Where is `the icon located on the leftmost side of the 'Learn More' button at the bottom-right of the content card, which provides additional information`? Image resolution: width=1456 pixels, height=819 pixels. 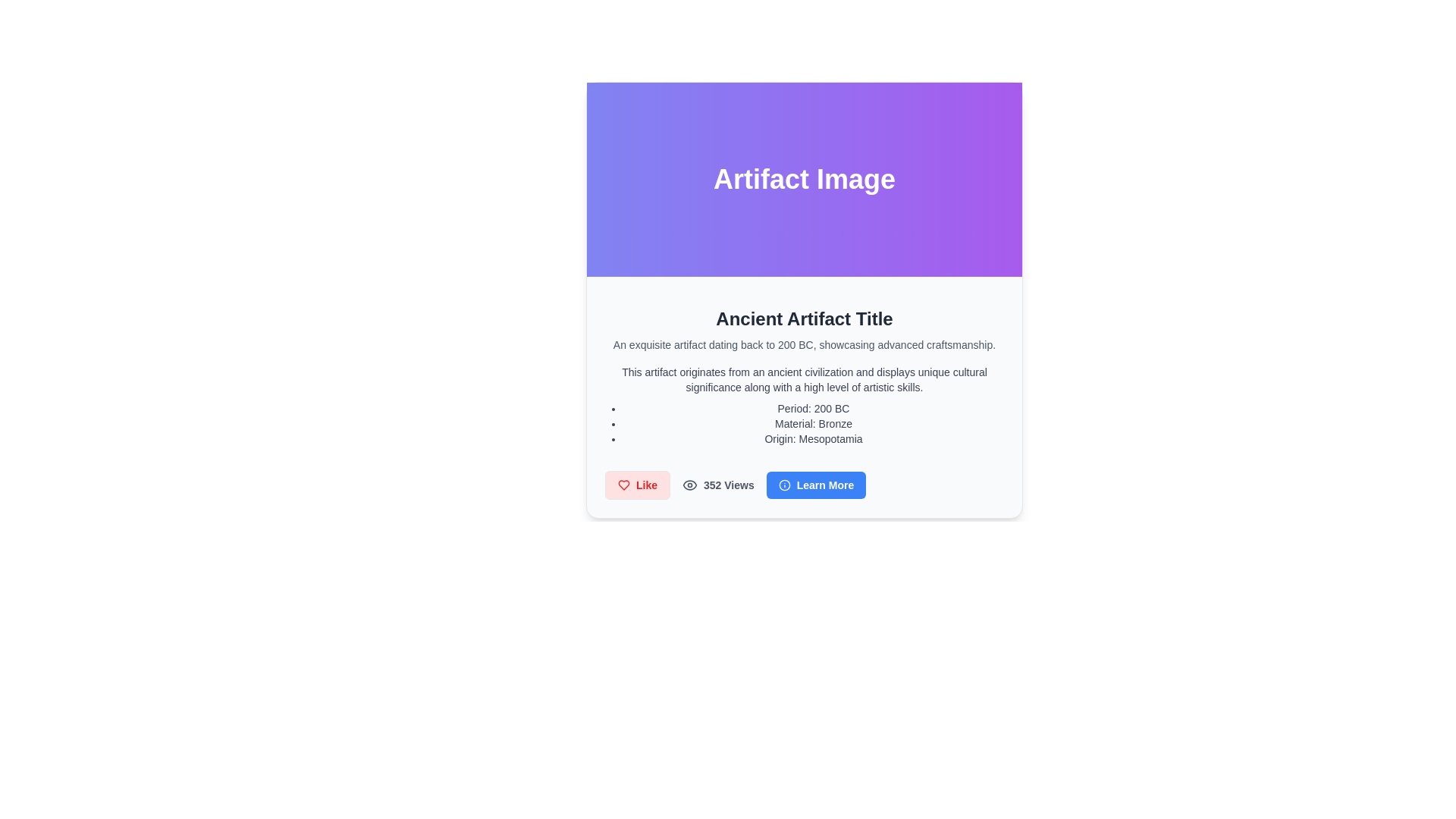
the icon located on the leftmost side of the 'Learn More' button at the bottom-right of the content card, which provides additional information is located at coordinates (784, 485).